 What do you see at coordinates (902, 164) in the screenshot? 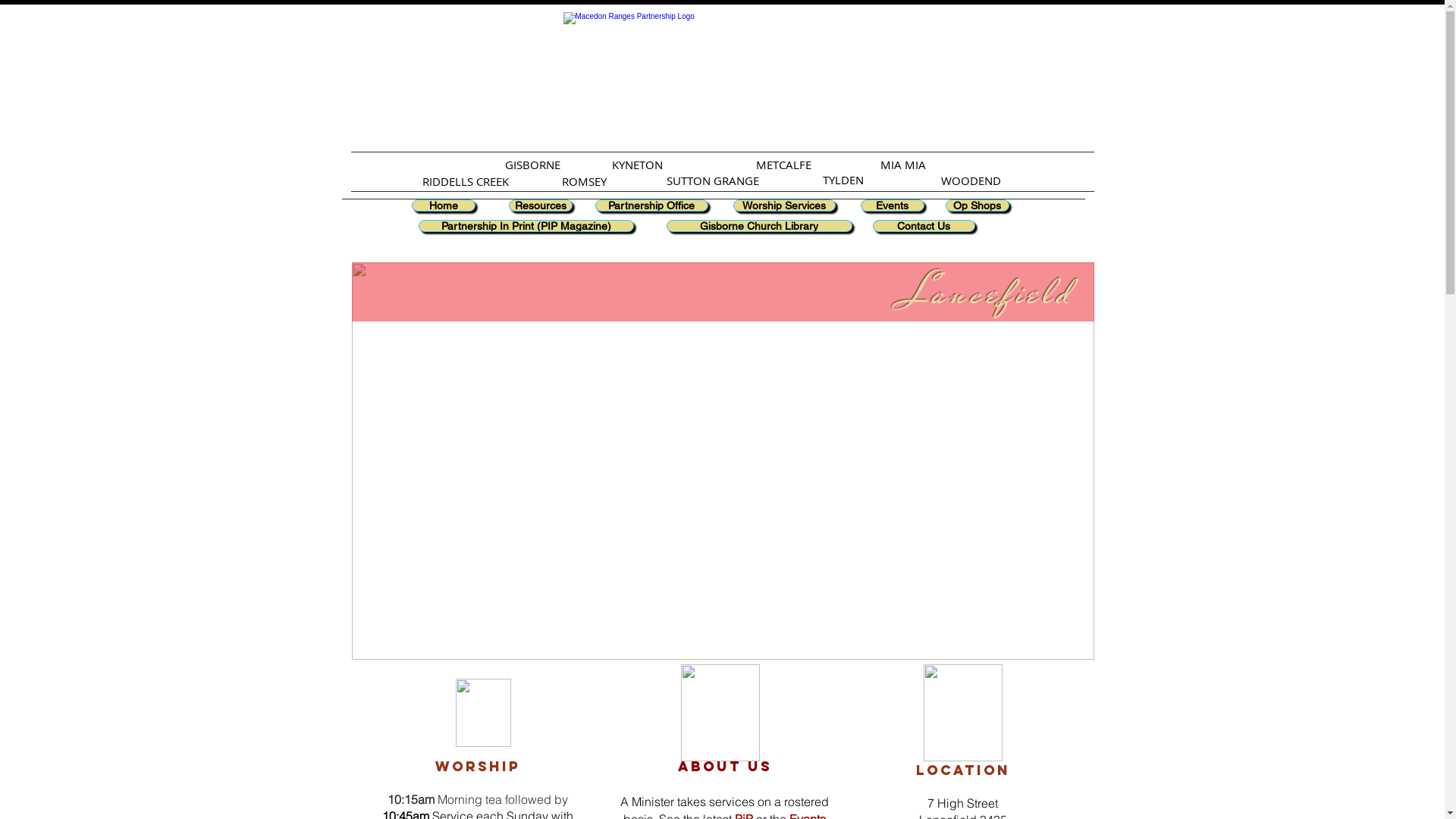
I see `'MIA MIA'` at bounding box center [902, 164].